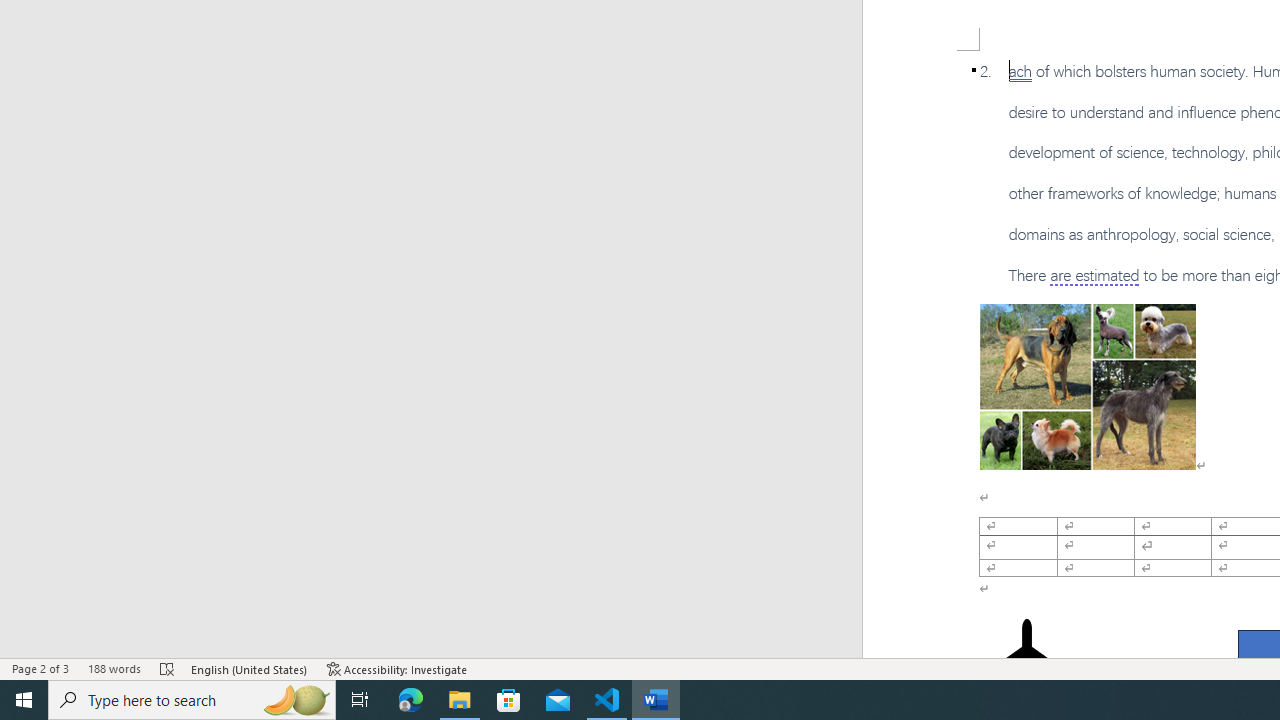 This screenshot has width=1280, height=720. Describe the element at coordinates (168, 669) in the screenshot. I see `'Spelling and Grammar Check Errors'` at that location.